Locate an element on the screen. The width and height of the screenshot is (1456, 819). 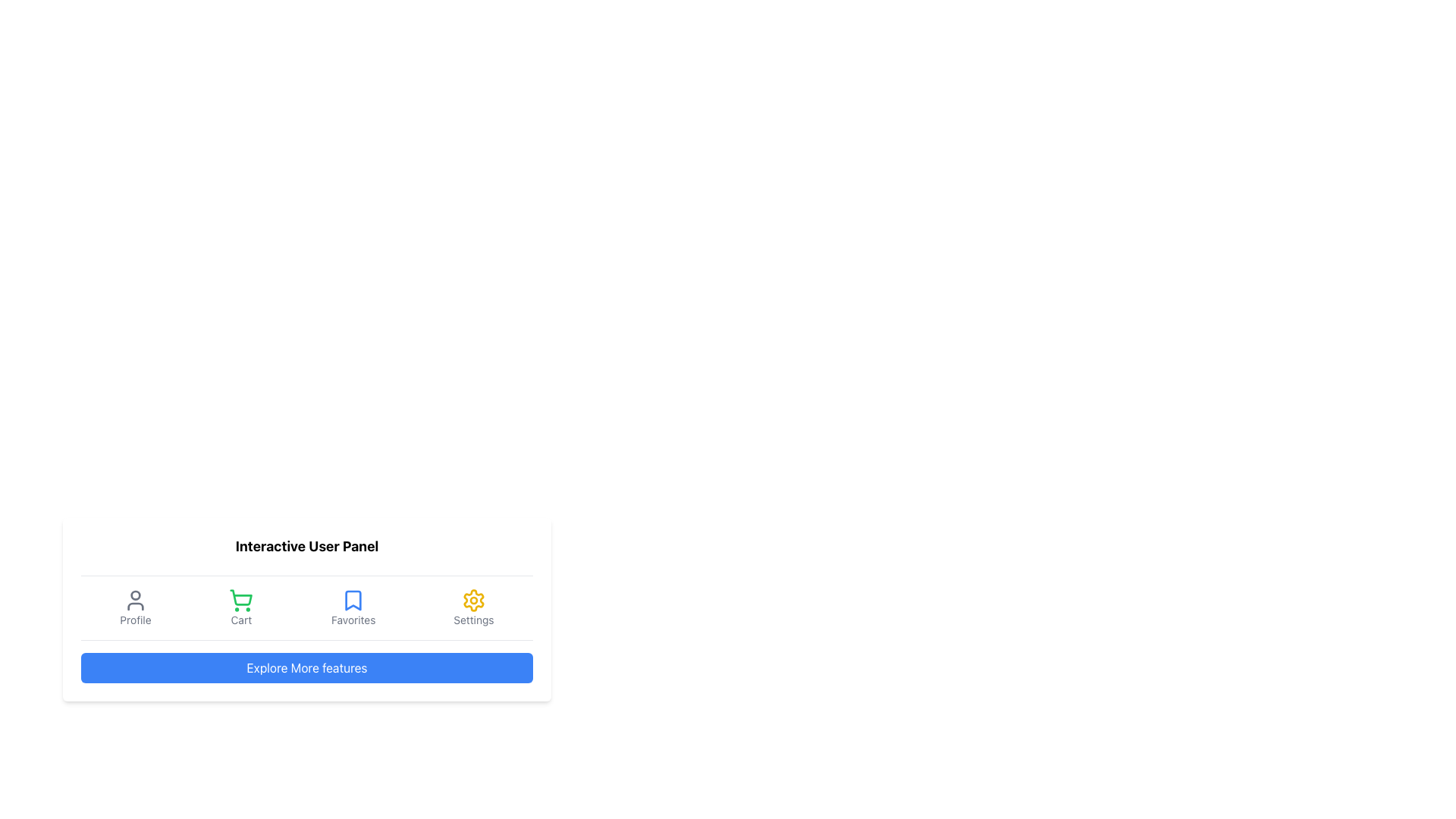
the shopping cart icon, which is the second element in a horizontal menu at the bottom of the interactive panel is located at coordinates (240, 597).